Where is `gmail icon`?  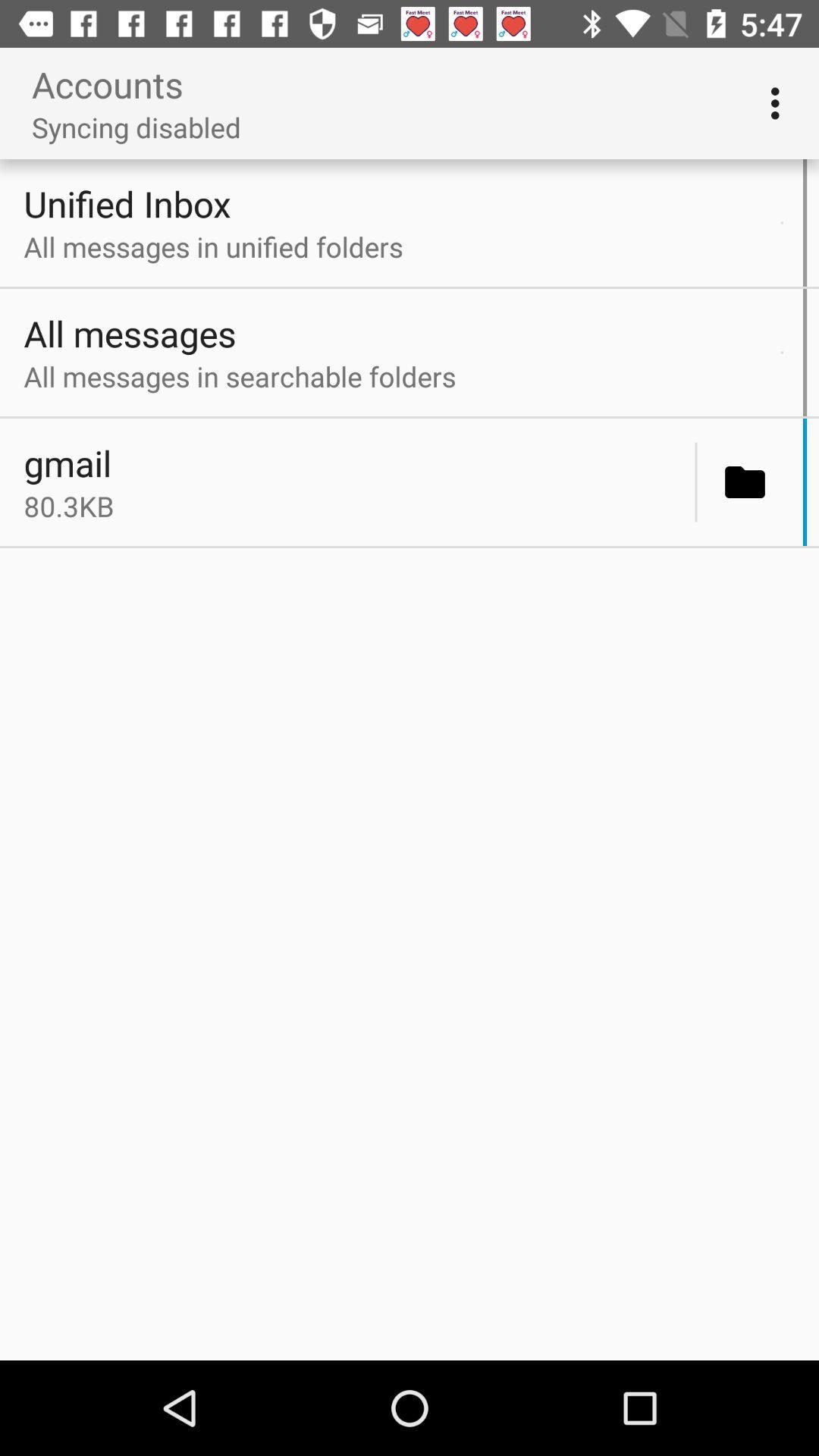 gmail icon is located at coordinates (355, 462).